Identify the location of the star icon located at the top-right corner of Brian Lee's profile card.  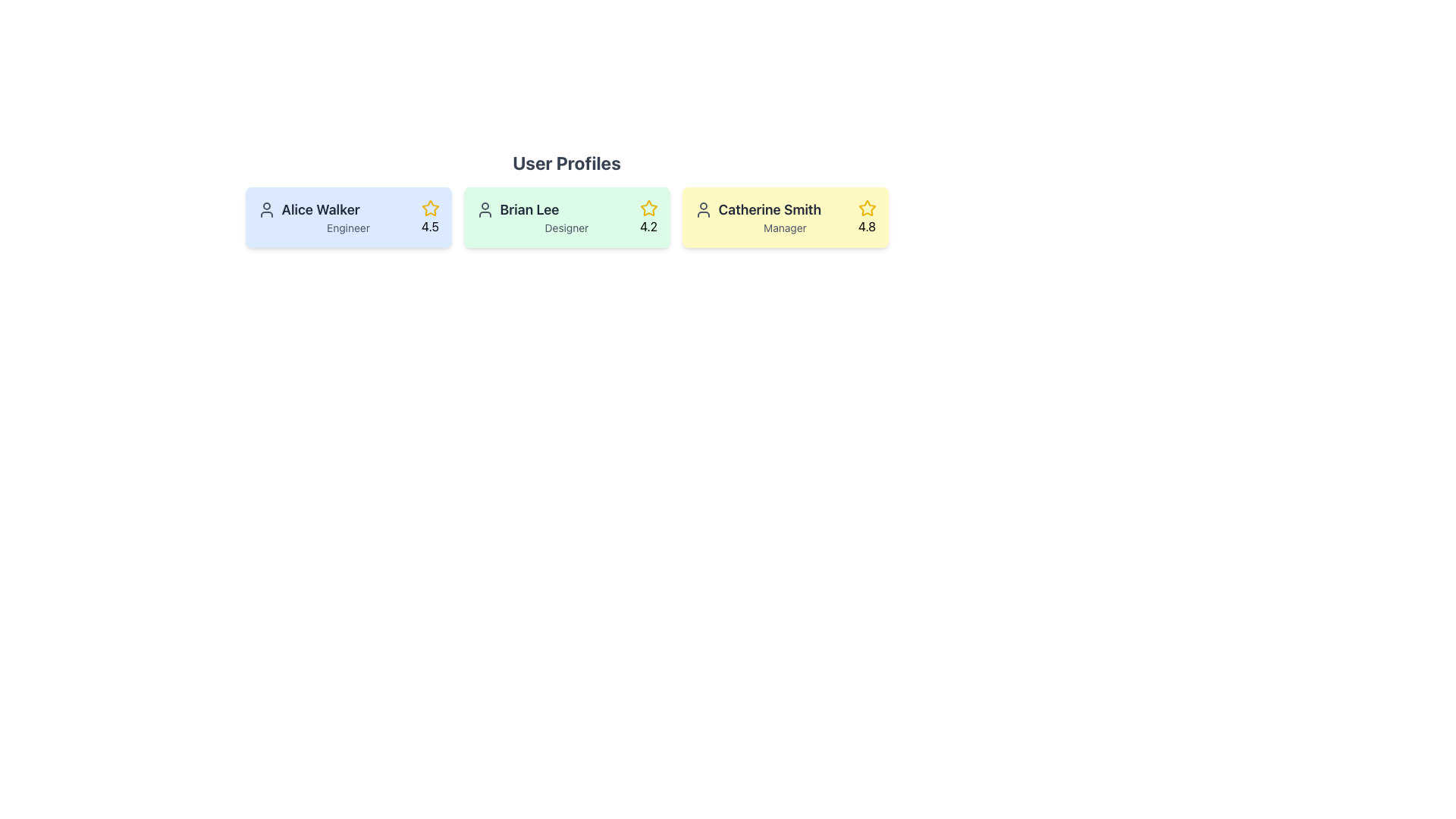
(648, 208).